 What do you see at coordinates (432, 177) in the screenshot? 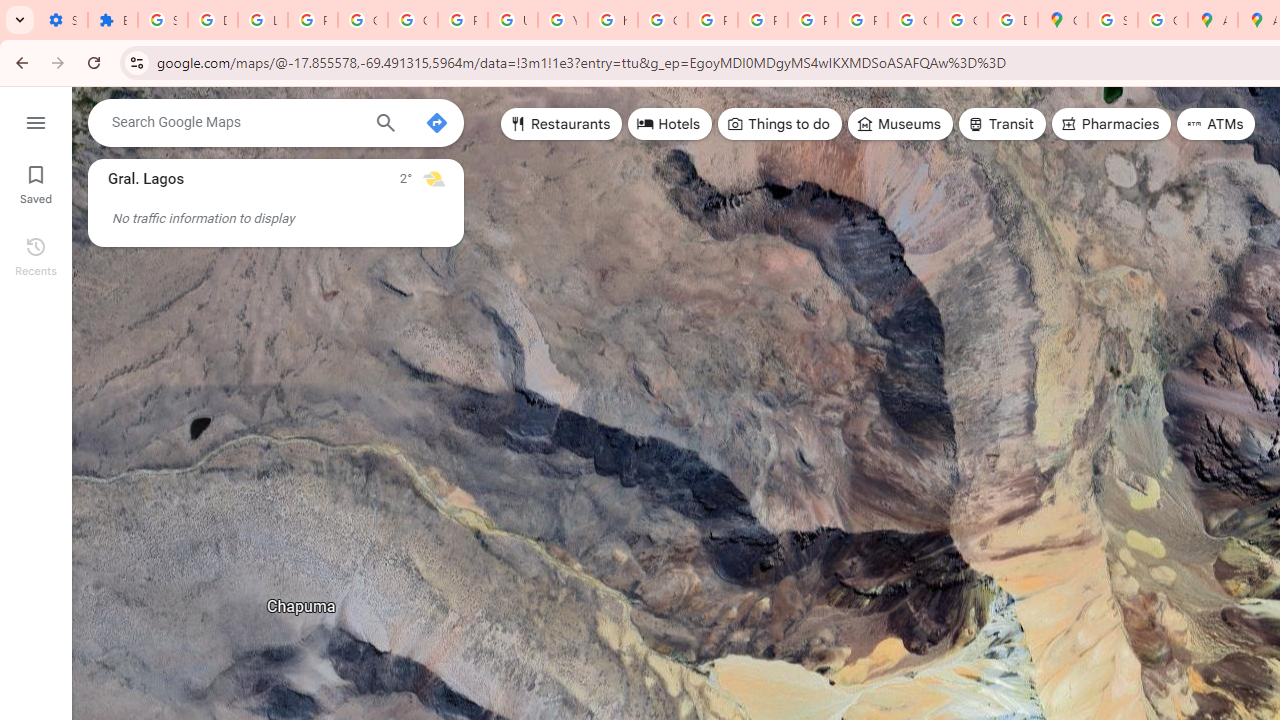
I see `'Mostly cloudy'` at bounding box center [432, 177].